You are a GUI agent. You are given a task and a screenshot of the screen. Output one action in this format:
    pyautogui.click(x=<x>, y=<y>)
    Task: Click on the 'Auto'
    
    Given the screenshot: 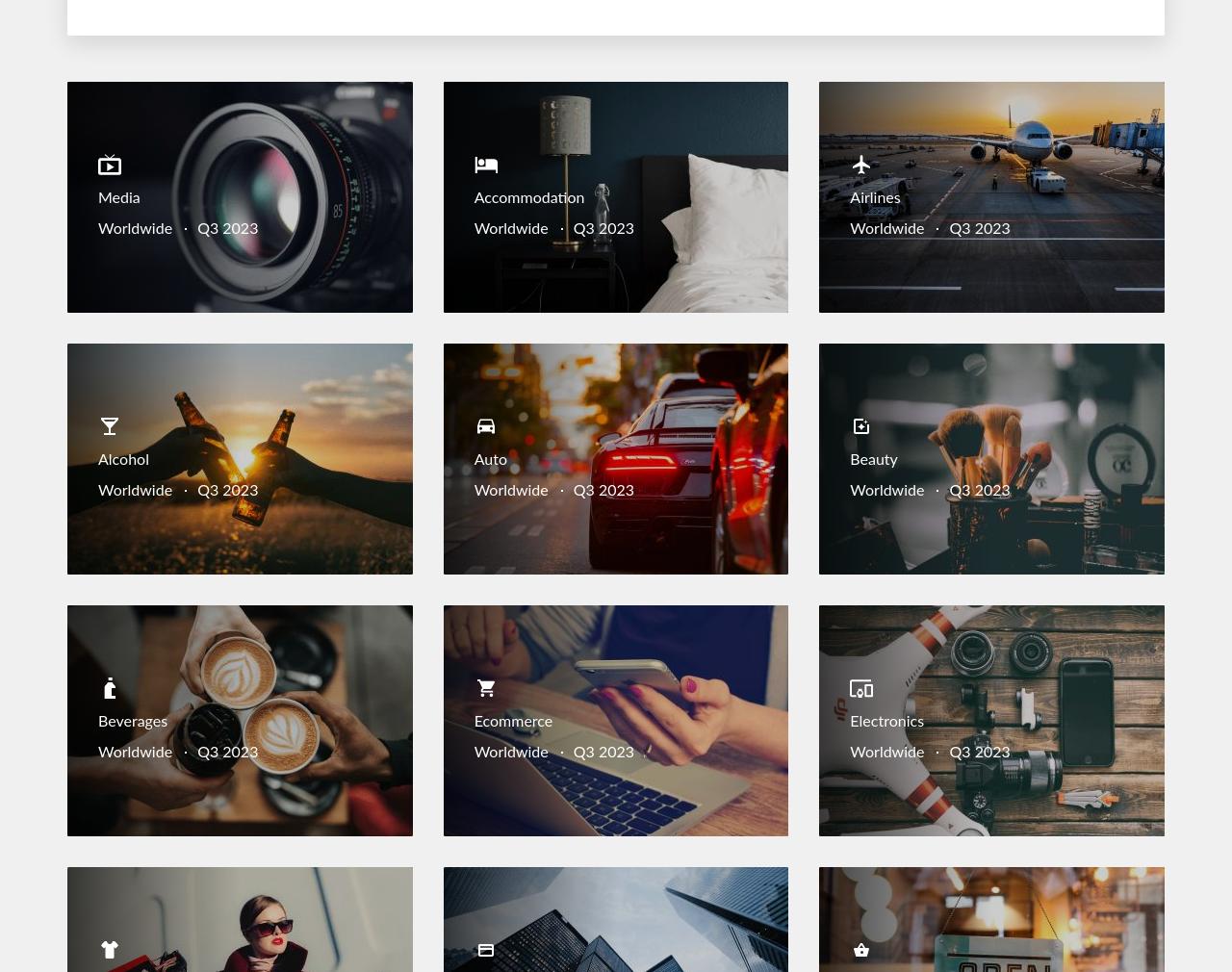 What is the action you would take?
    pyautogui.click(x=490, y=460)
    